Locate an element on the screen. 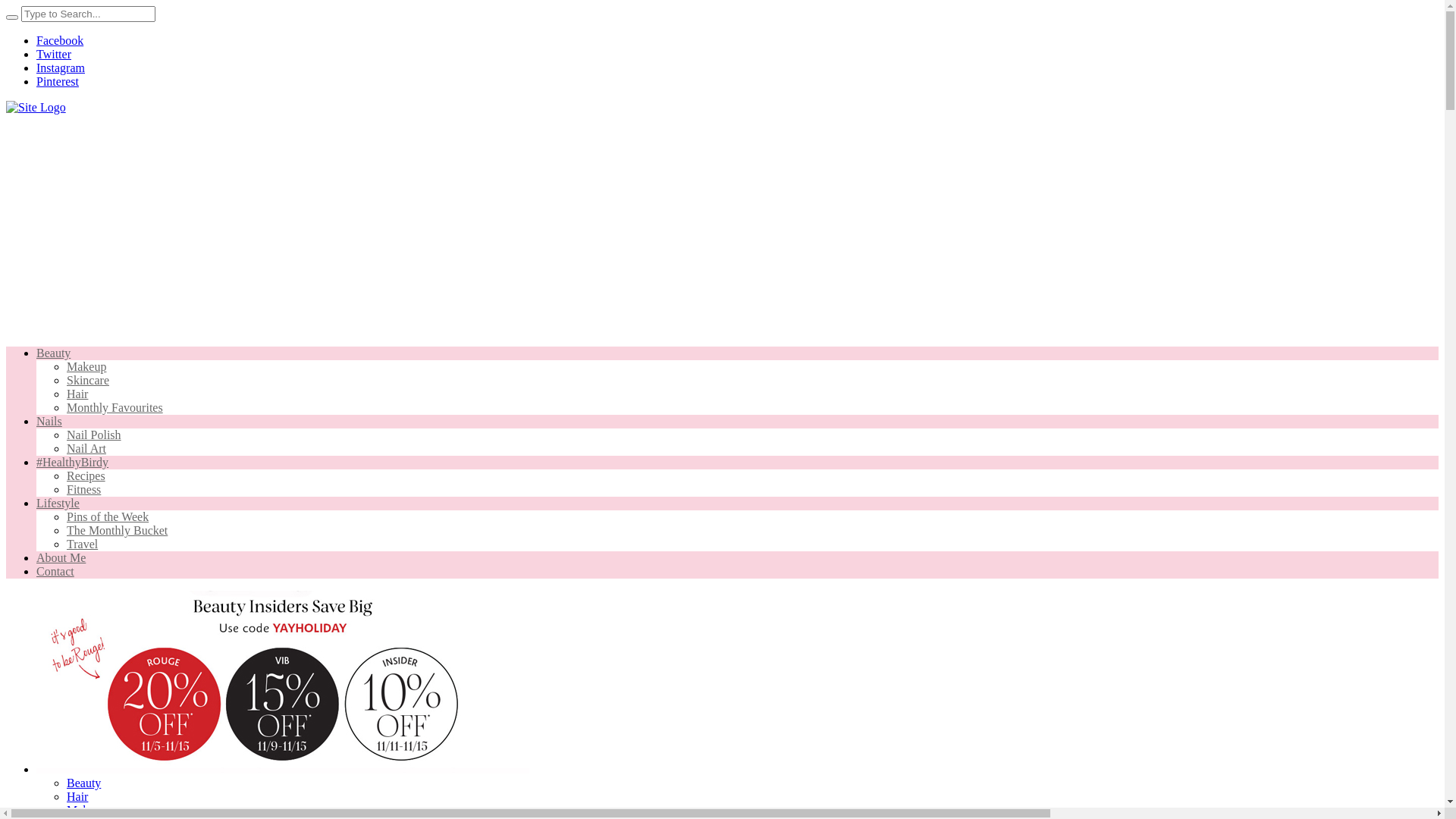 This screenshot has width=1456, height=819. 'Travel' is located at coordinates (81, 543).